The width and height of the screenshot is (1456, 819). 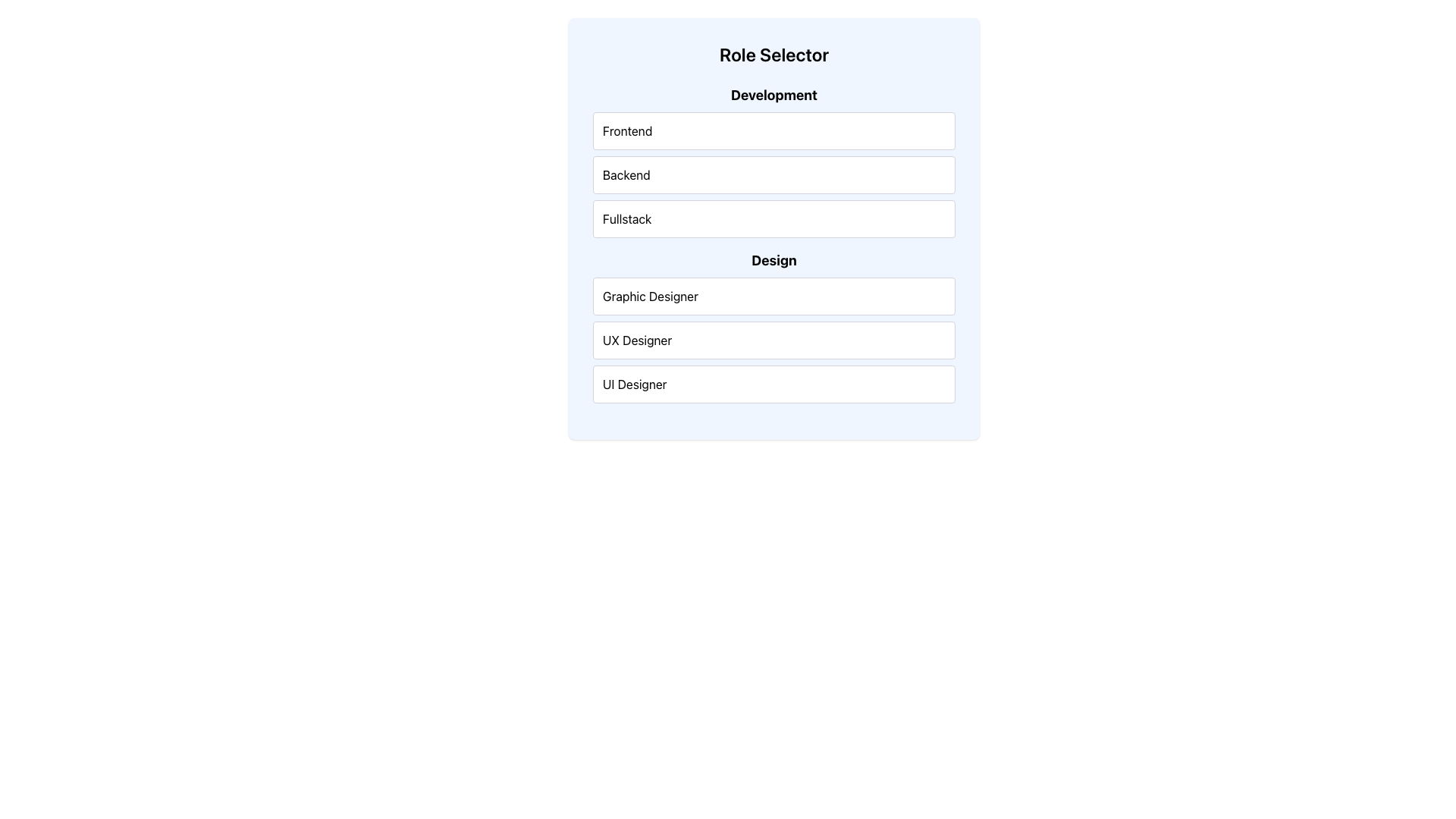 I want to click on the text label at the top of the 'Development' category, so click(x=627, y=130).